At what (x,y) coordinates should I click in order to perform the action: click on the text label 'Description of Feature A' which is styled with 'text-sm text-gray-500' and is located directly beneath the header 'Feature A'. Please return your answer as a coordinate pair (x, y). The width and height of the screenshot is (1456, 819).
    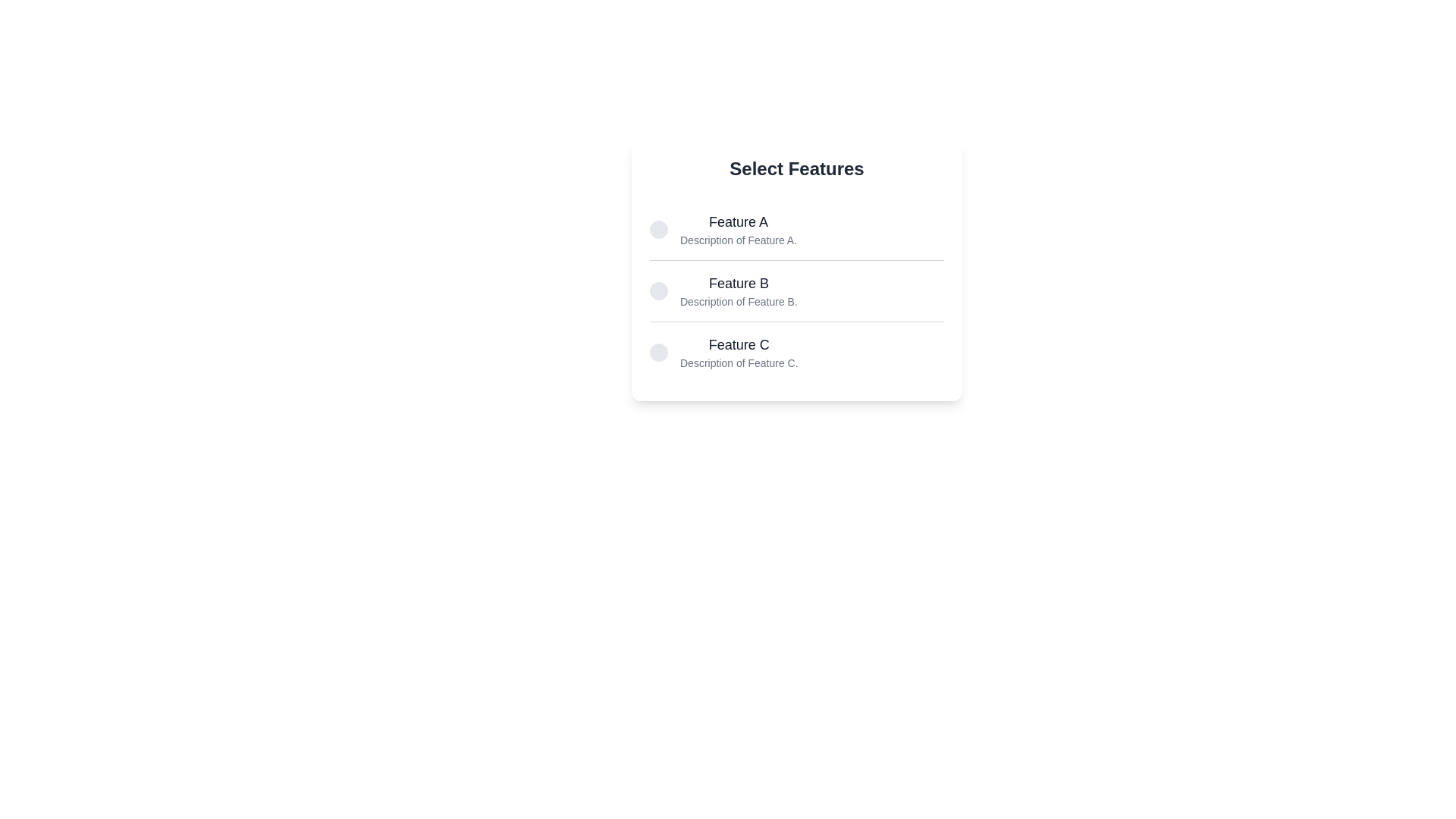
    Looking at the image, I should click on (739, 239).